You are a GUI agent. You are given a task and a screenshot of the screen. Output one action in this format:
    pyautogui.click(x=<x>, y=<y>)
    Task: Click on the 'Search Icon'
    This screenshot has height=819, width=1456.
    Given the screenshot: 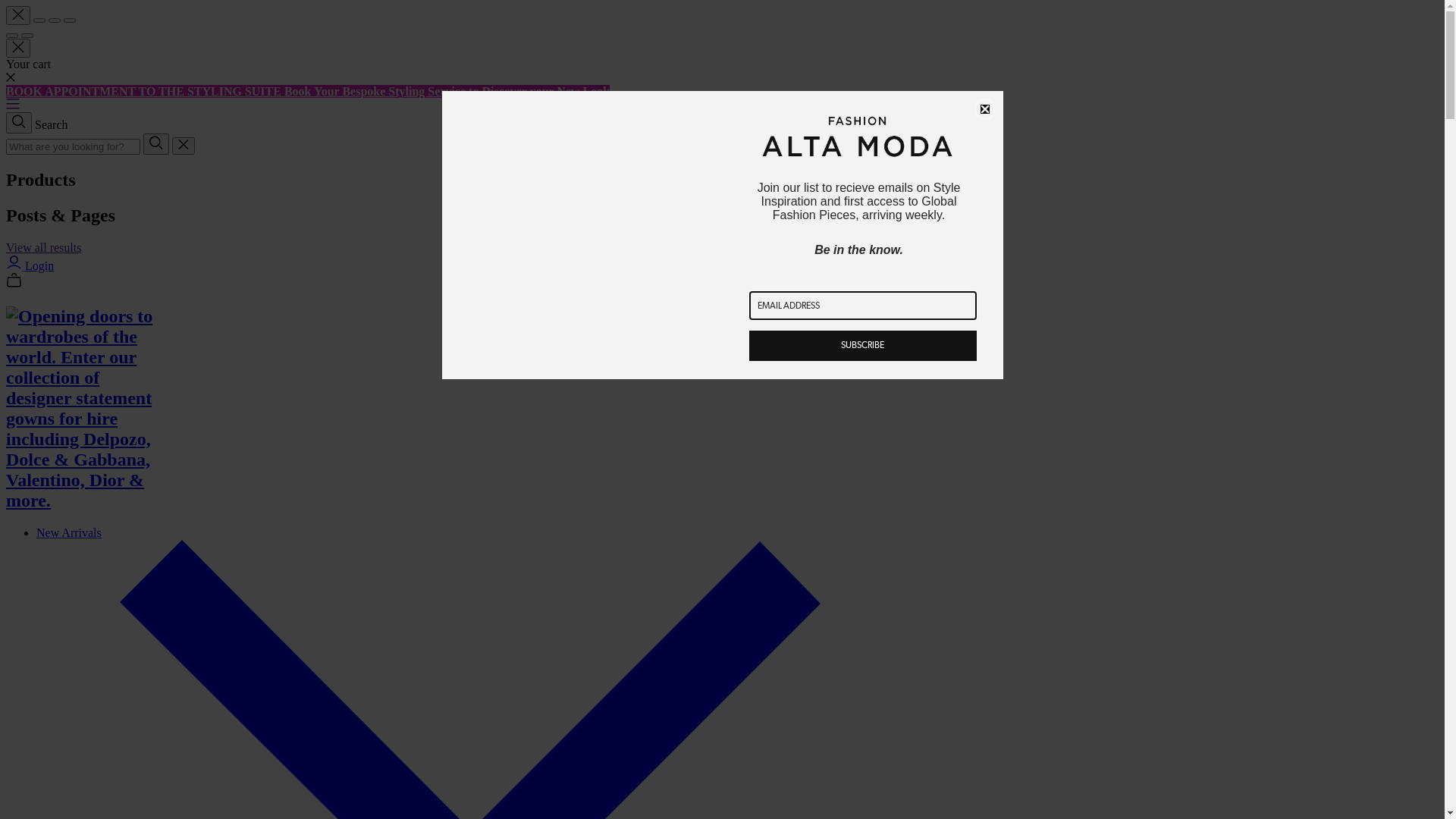 What is the action you would take?
    pyautogui.click(x=6, y=122)
    